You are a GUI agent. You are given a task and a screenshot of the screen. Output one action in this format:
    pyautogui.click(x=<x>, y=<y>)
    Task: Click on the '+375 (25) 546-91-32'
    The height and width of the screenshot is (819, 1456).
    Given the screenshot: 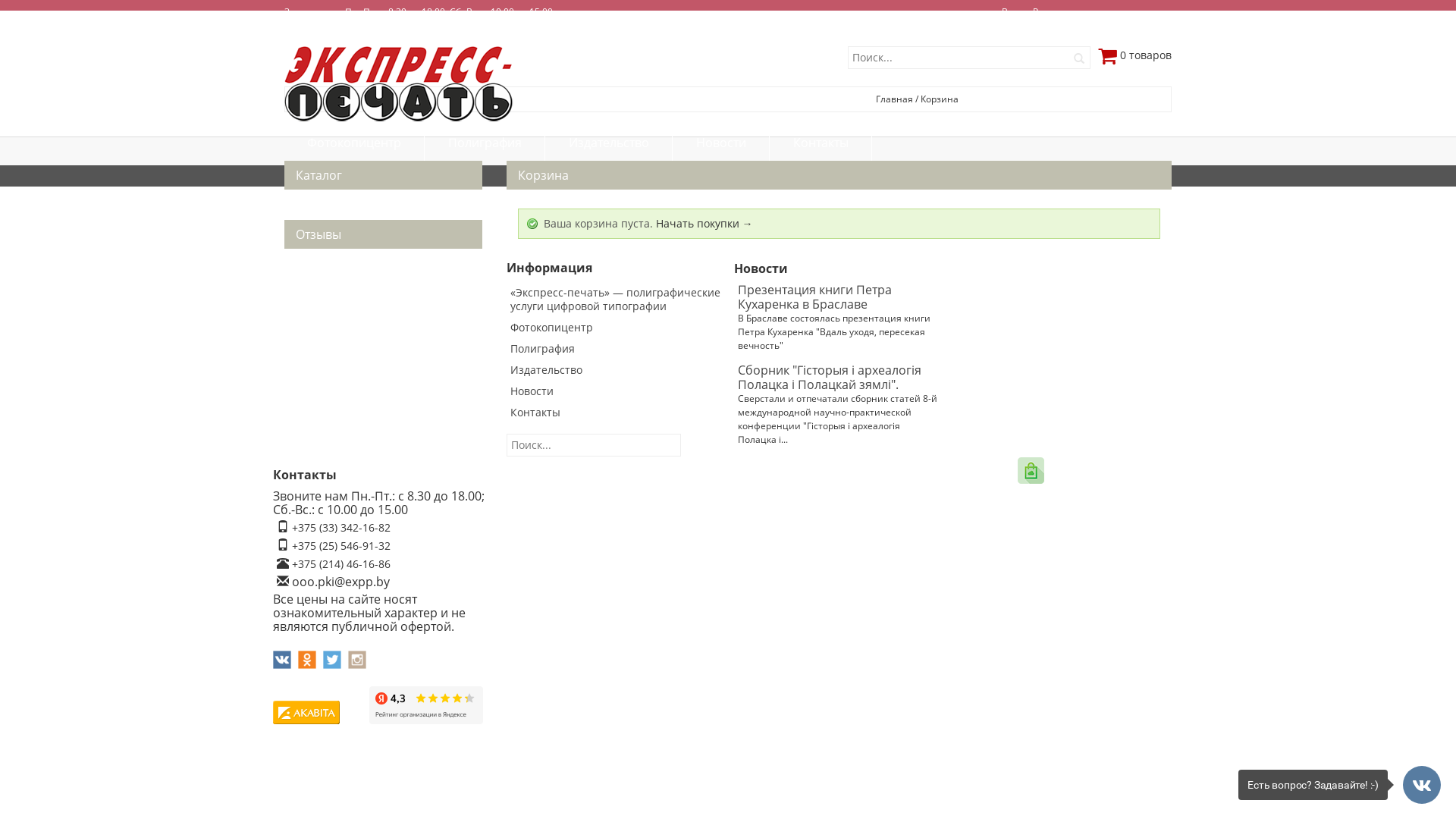 What is the action you would take?
    pyautogui.click(x=291, y=544)
    